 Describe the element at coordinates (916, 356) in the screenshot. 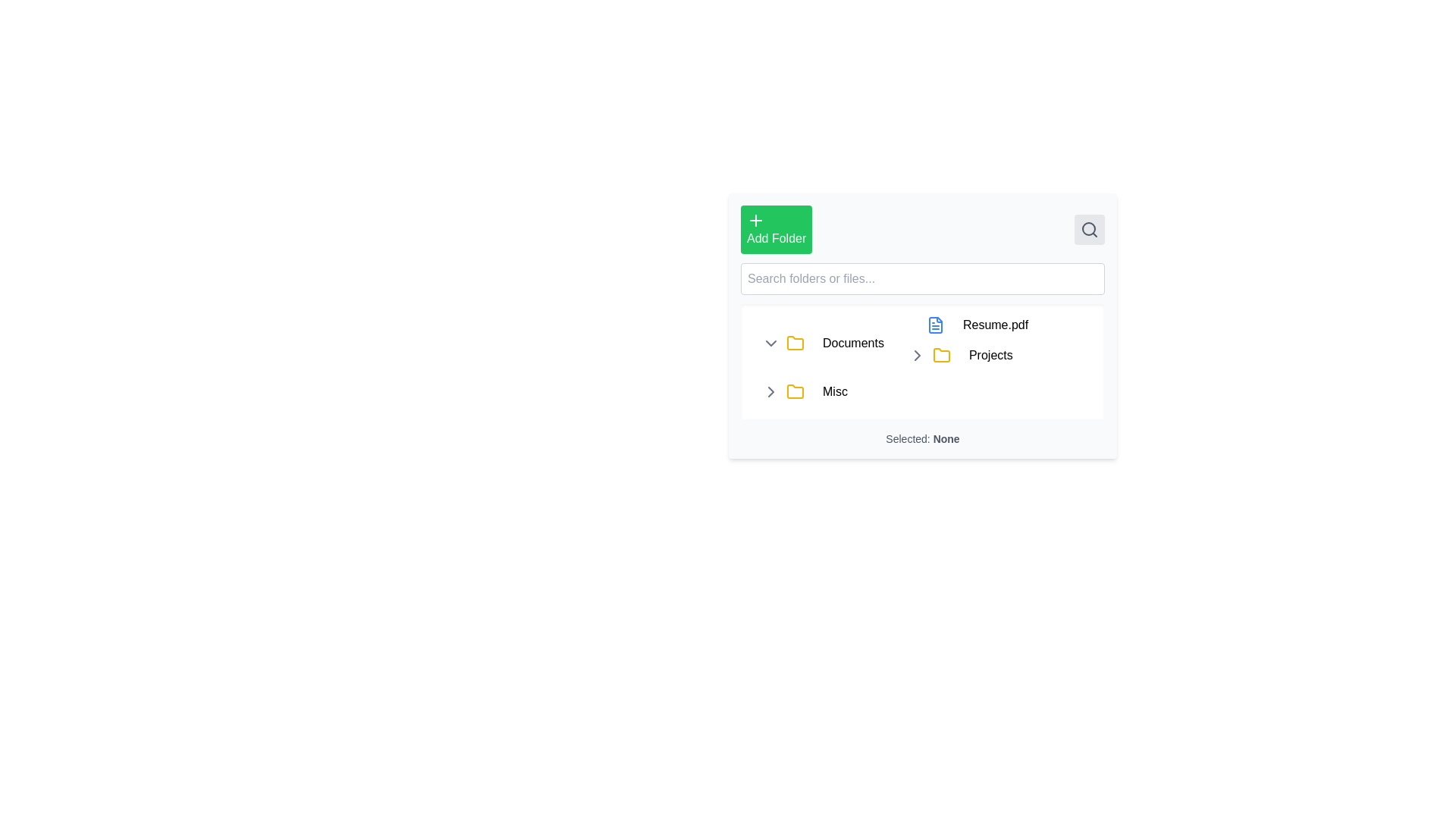

I see `the leftmost icon next to the 'Projects' text` at that location.